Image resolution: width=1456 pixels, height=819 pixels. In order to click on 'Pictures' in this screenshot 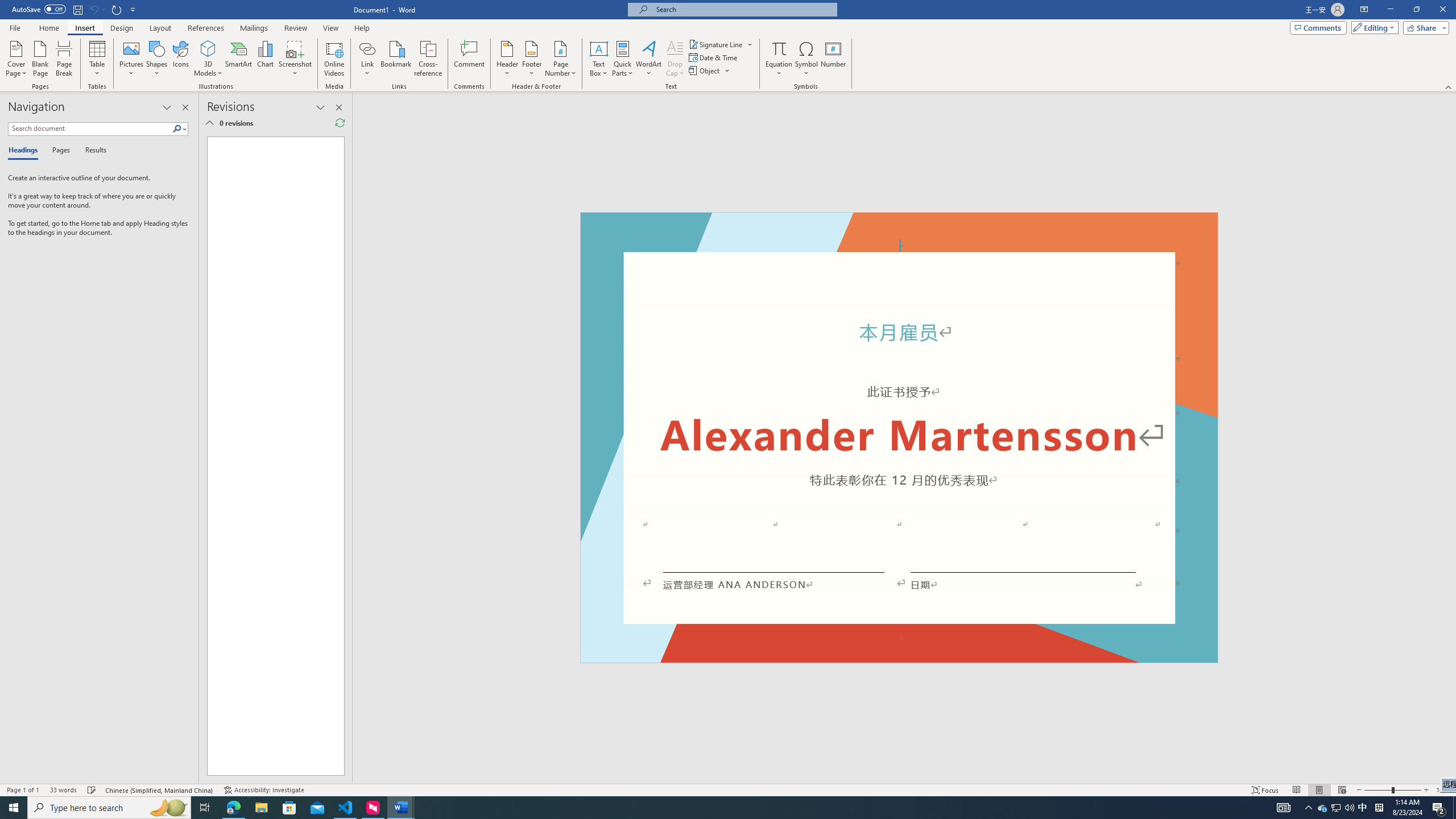, I will do `click(131, 59)`.